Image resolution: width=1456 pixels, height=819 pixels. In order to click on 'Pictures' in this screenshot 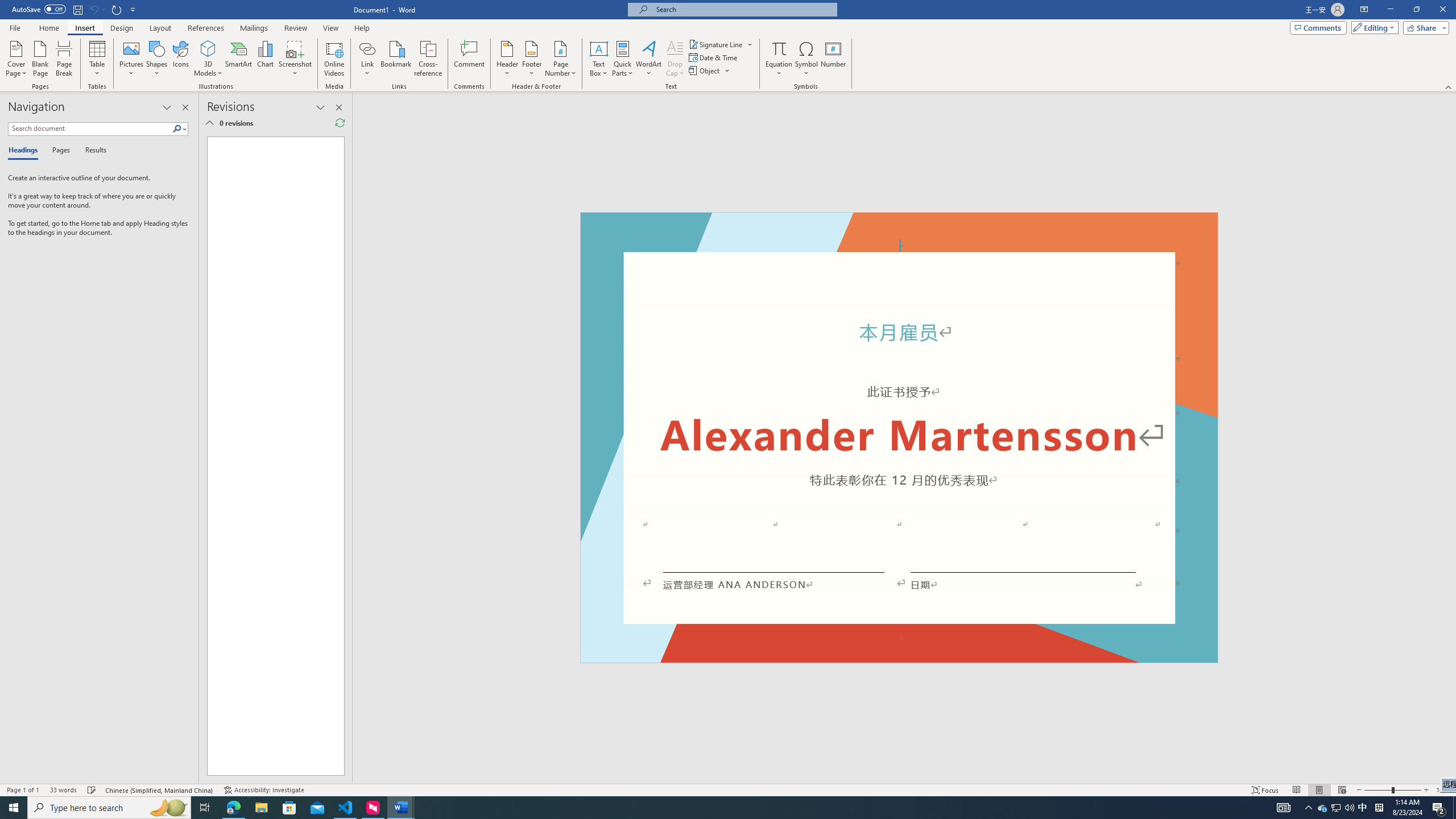, I will do `click(131, 59)`.